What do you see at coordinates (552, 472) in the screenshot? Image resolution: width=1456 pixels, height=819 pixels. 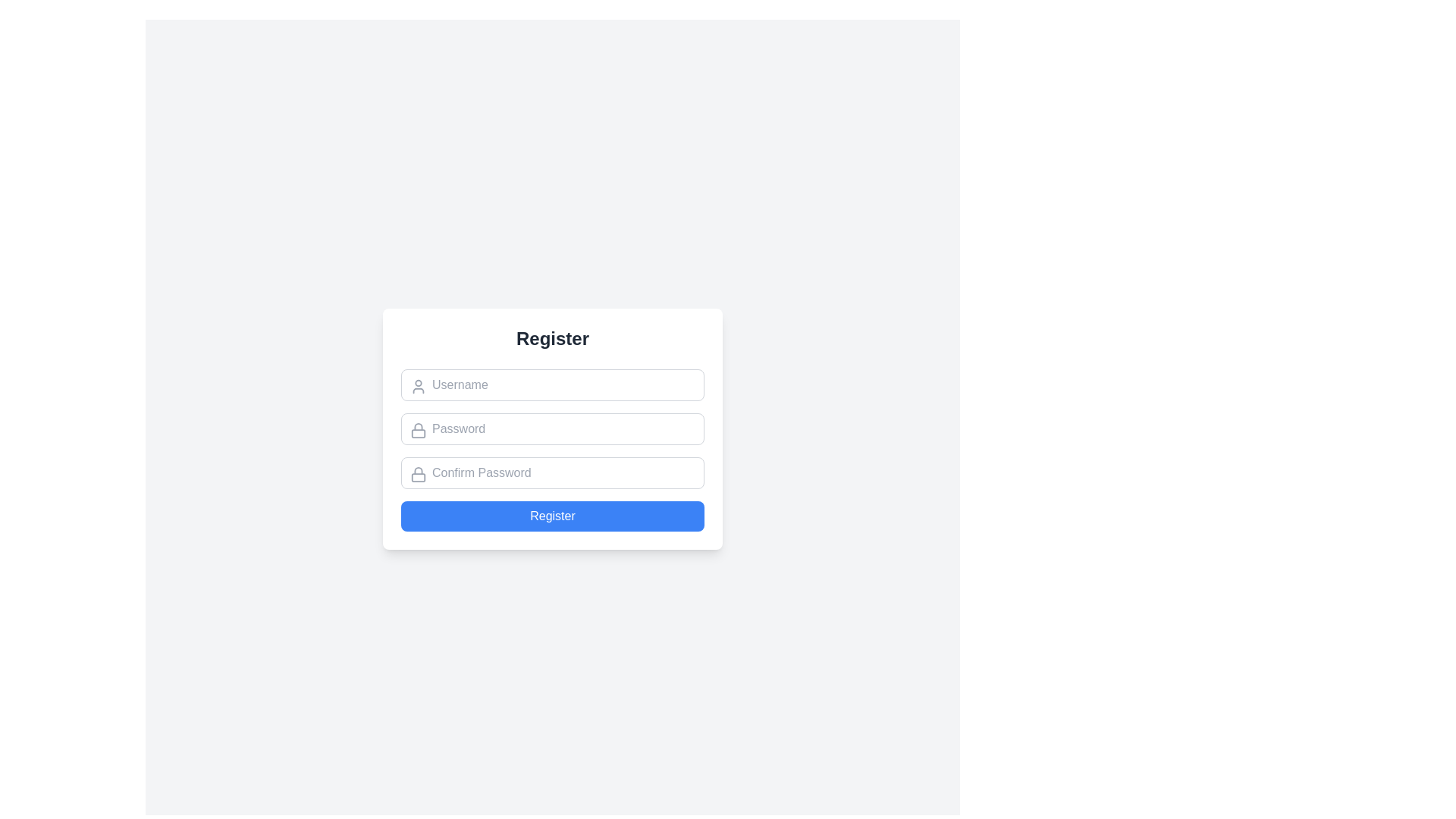 I see `the password confirmation input field located below the 'Password' input field` at bounding box center [552, 472].